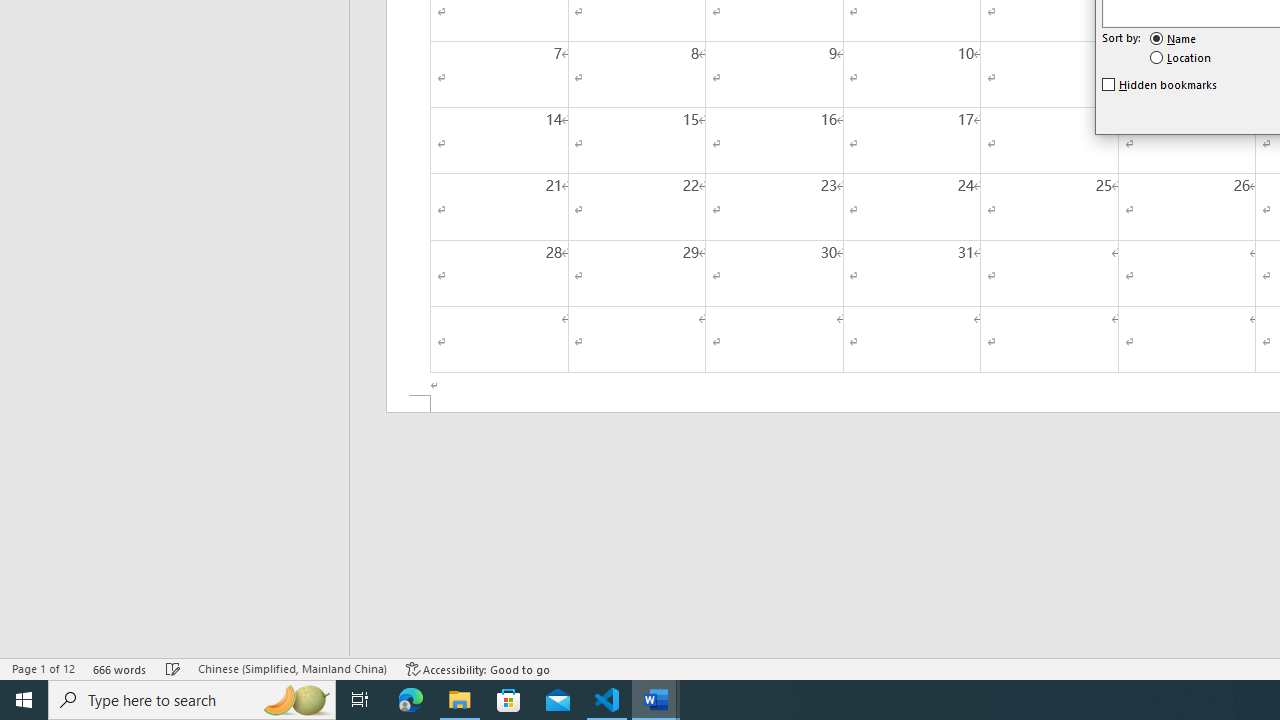 The image size is (1280, 720). I want to click on 'Microsoft Edge', so click(410, 698).